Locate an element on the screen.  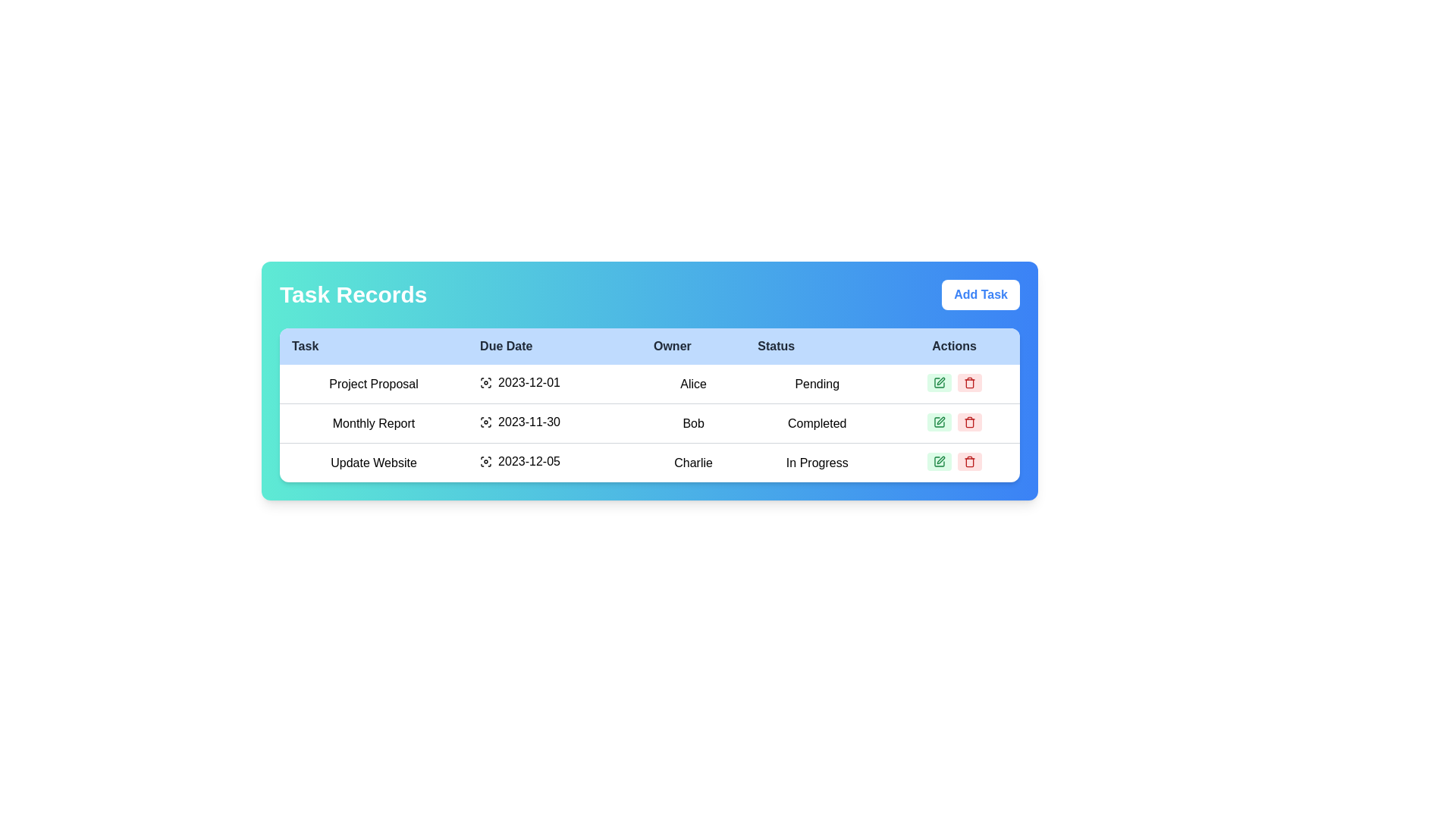
the static text label displaying the due date for the 'Project Proposal' task in the 'Task Records' section is located at coordinates (554, 382).